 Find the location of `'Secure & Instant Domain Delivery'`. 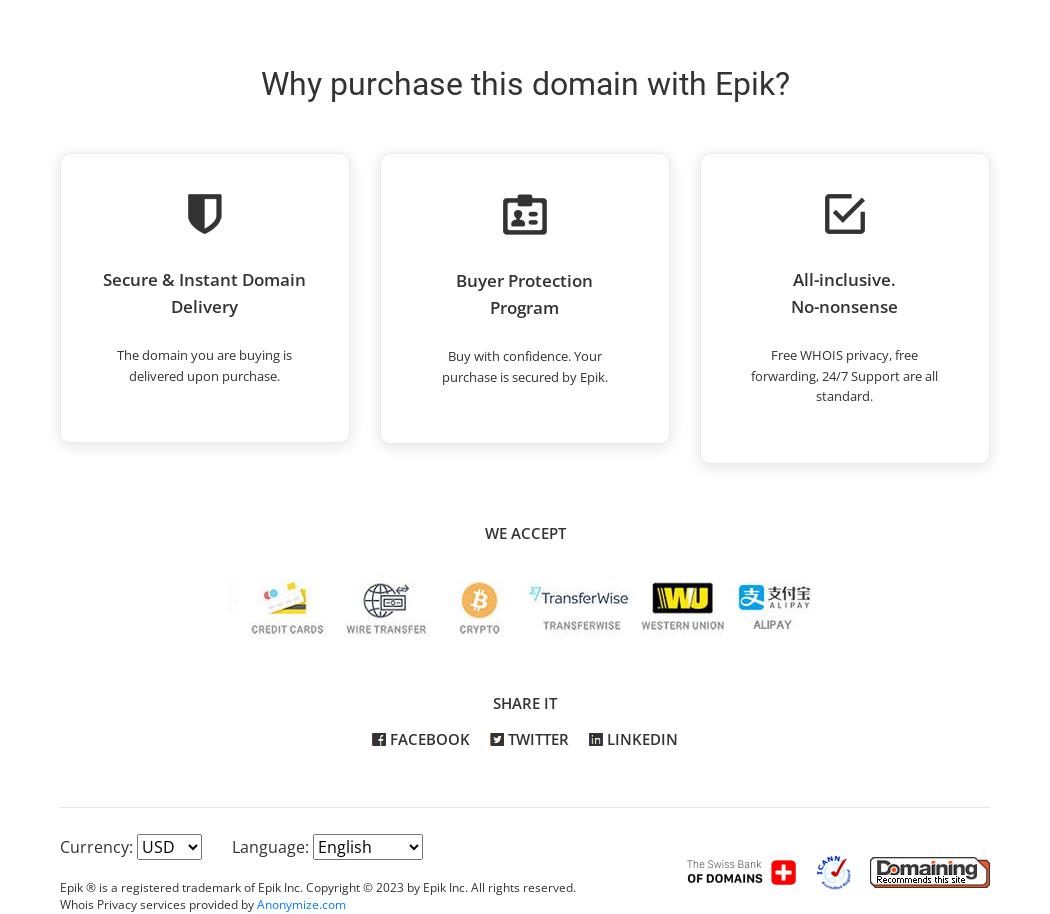

'Secure & Instant Domain Delivery' is located at coordinates (203, 292).